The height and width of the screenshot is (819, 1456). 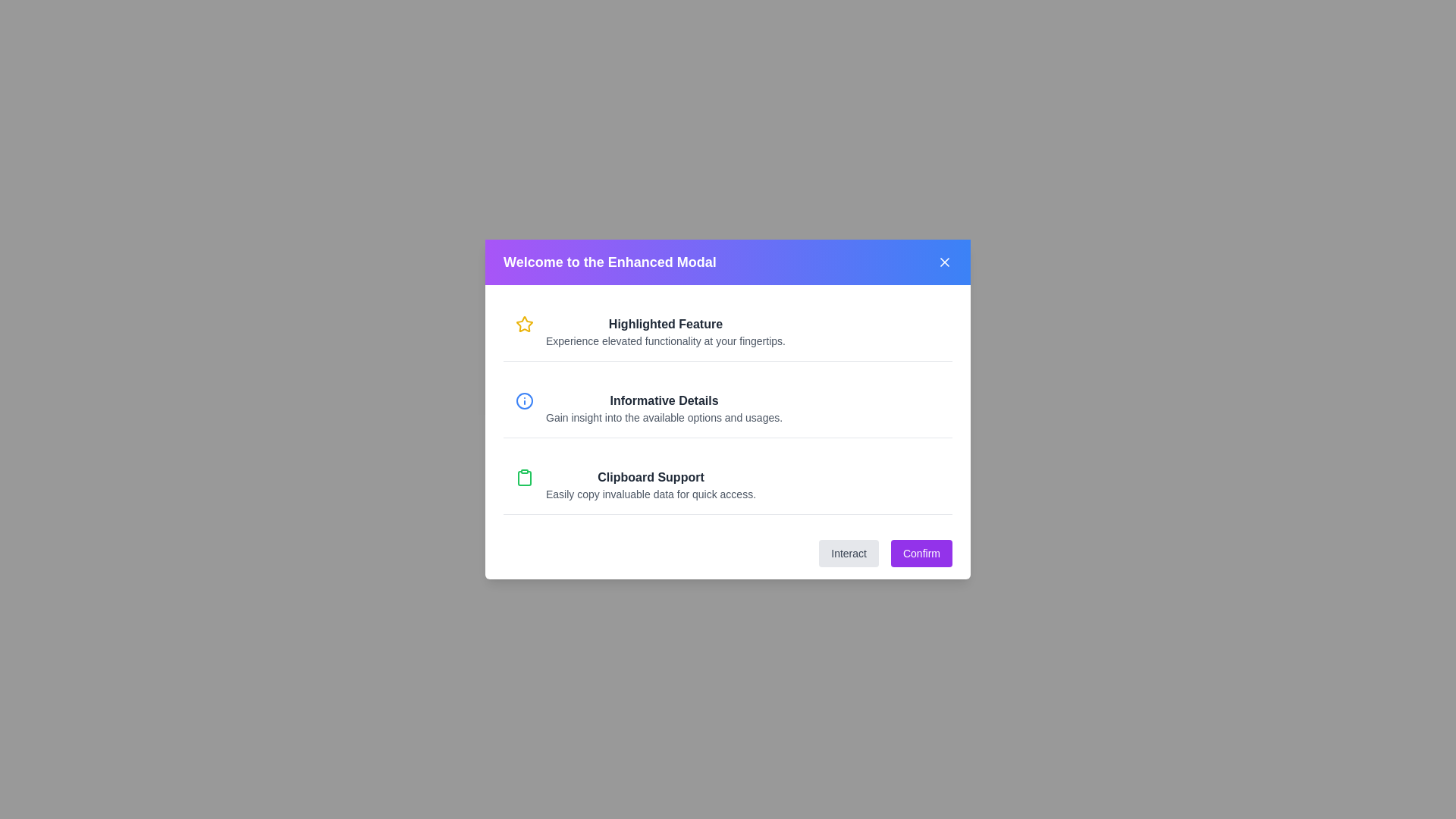 What do you see at coordinates (664, 408) in the screenshot?
I see `the Text block titled 'Informative Details', which contains a description about available options and usages` at bounding box center [664, 408].